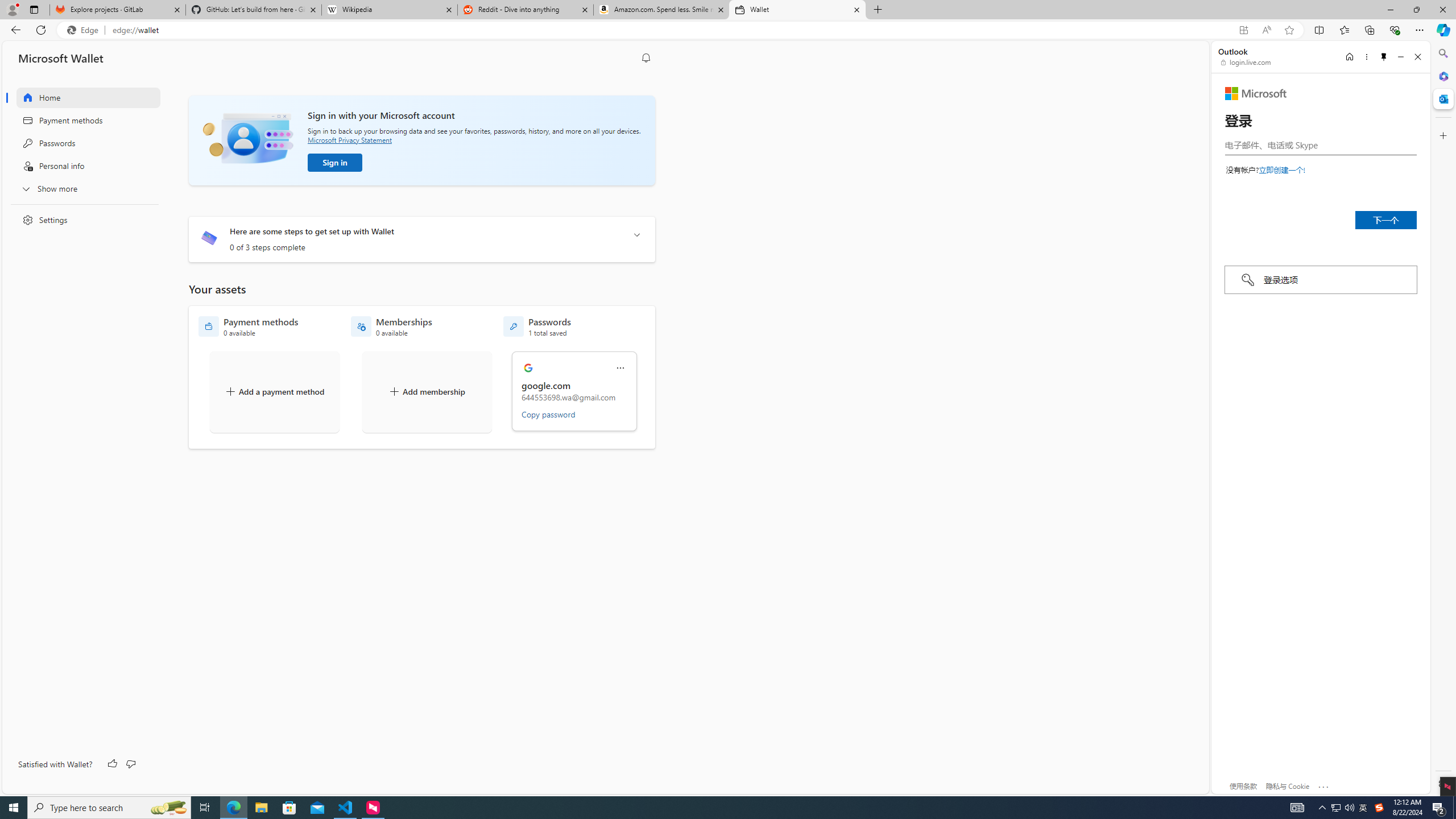  I want to click on 'Show more', so click(81, 188).